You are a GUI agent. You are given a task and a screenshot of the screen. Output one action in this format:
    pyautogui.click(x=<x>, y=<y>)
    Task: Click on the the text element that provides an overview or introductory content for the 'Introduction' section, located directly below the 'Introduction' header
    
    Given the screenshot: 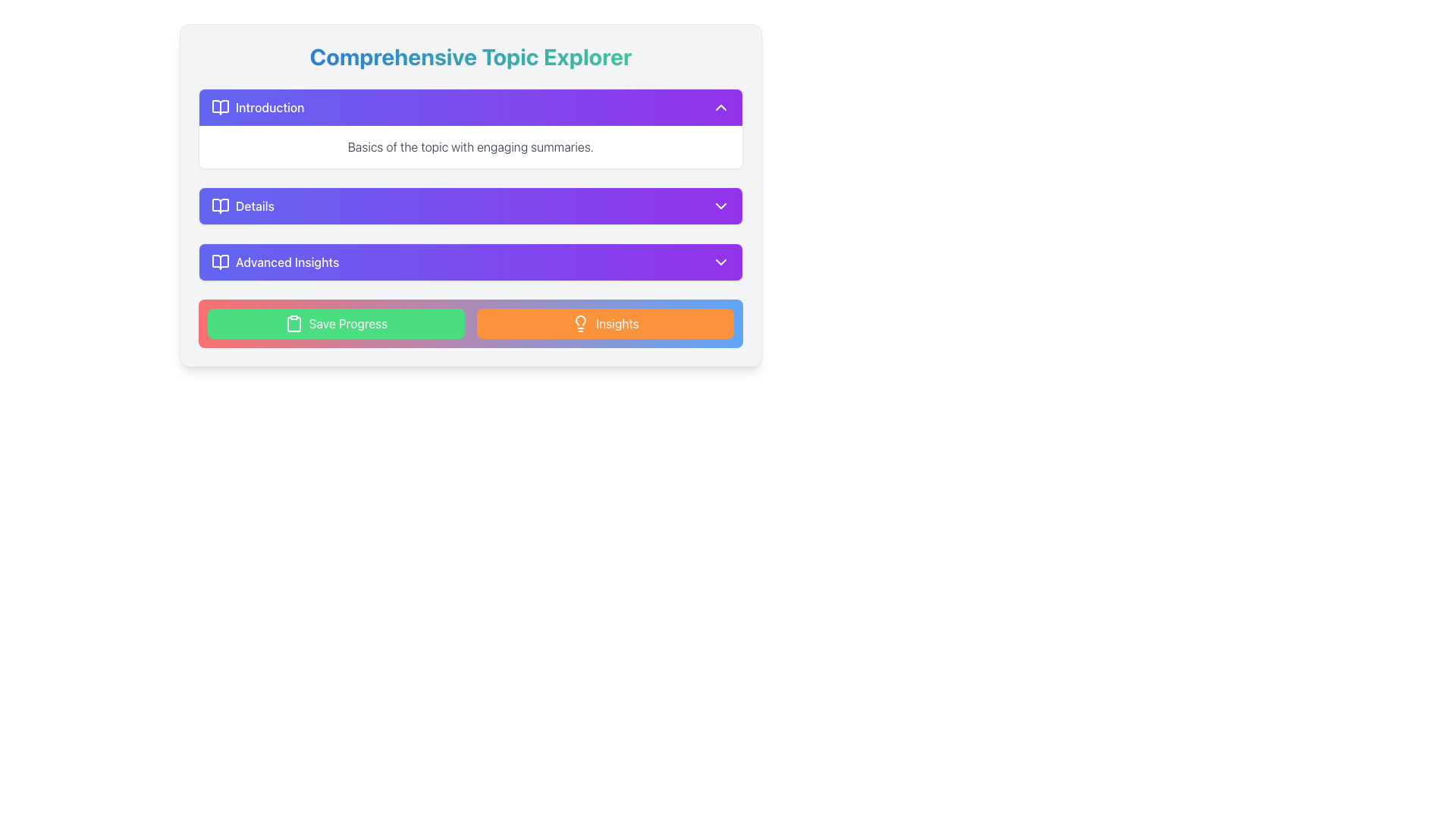 What is the action you would take?
    pyautogui.click(x=469, y=146)
    